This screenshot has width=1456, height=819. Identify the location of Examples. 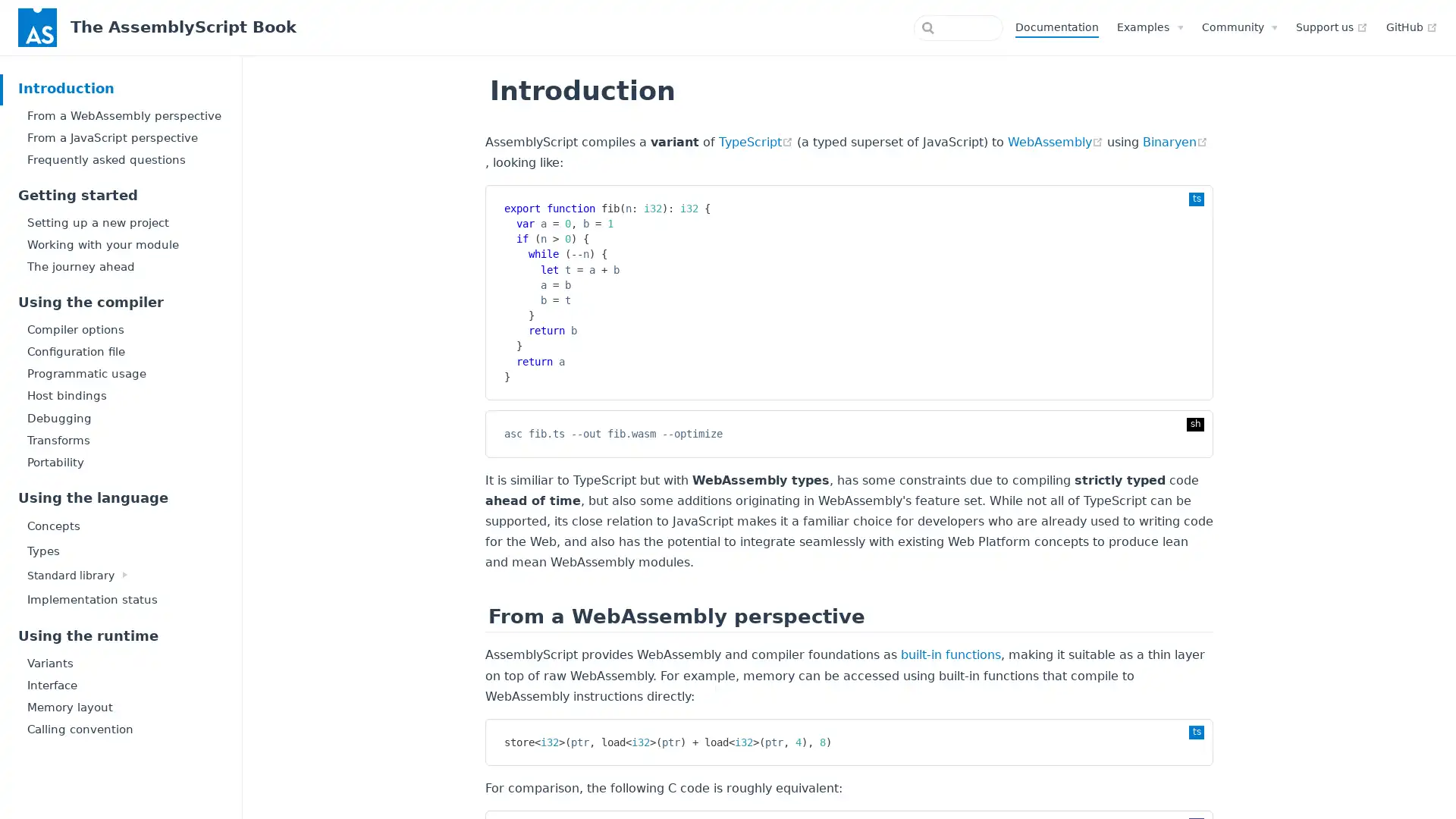
(1150, 27).